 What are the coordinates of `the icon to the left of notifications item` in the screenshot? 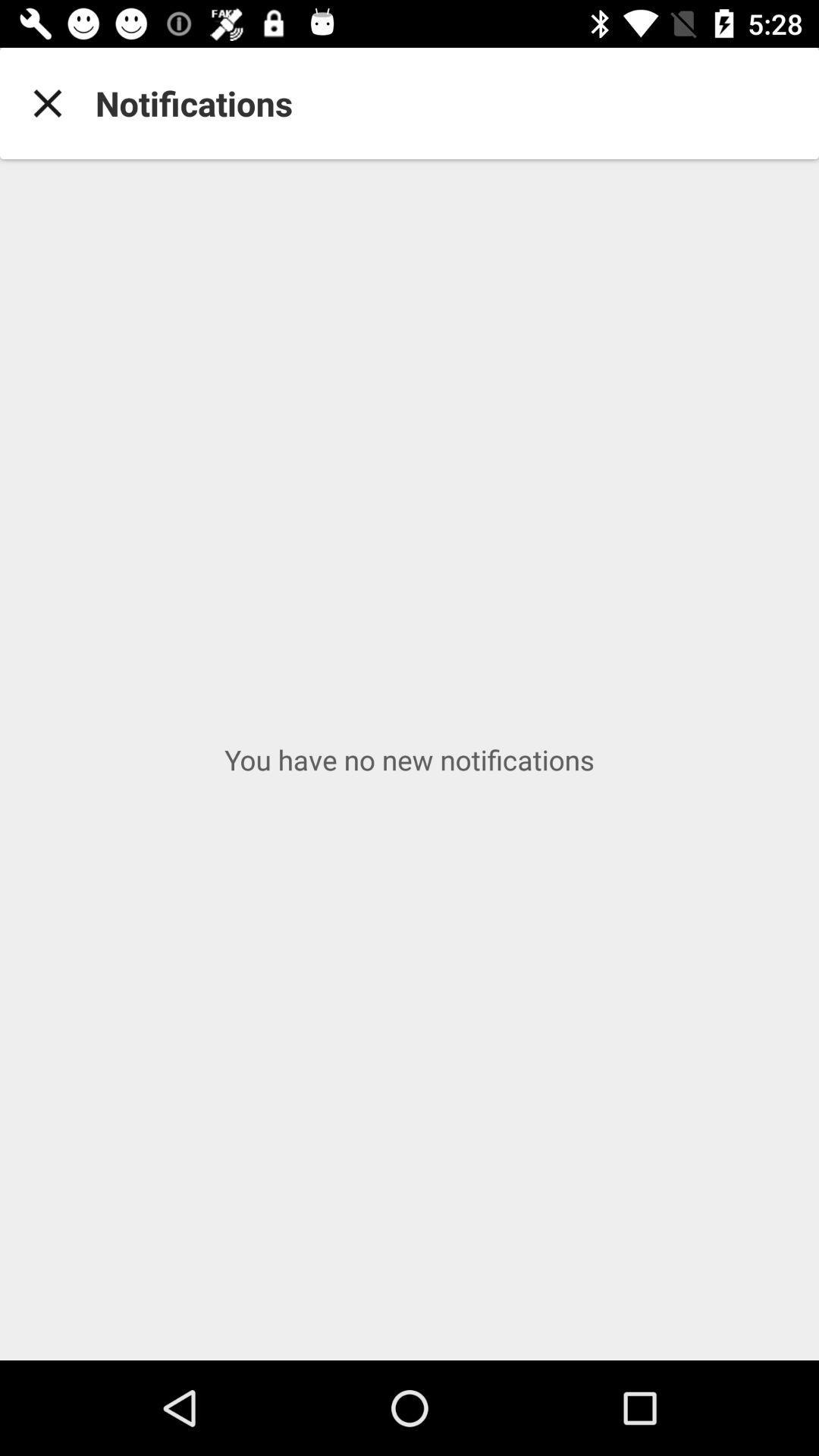 It's located at (46, 102).